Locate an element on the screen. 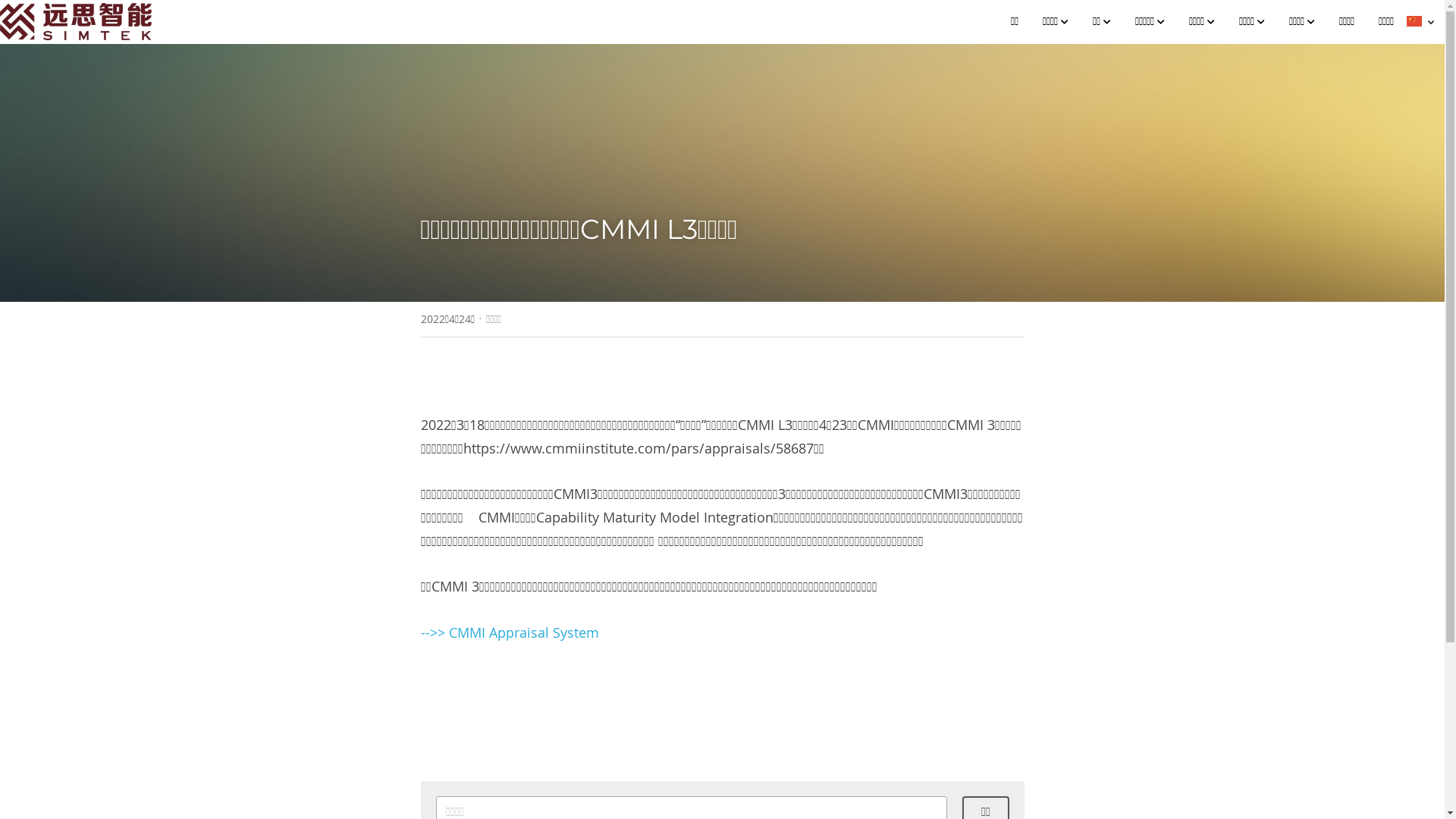 This screenshot has height=819, width=1456. '-->> CMMI Appraisal System' is located at coordinates (509, 632).